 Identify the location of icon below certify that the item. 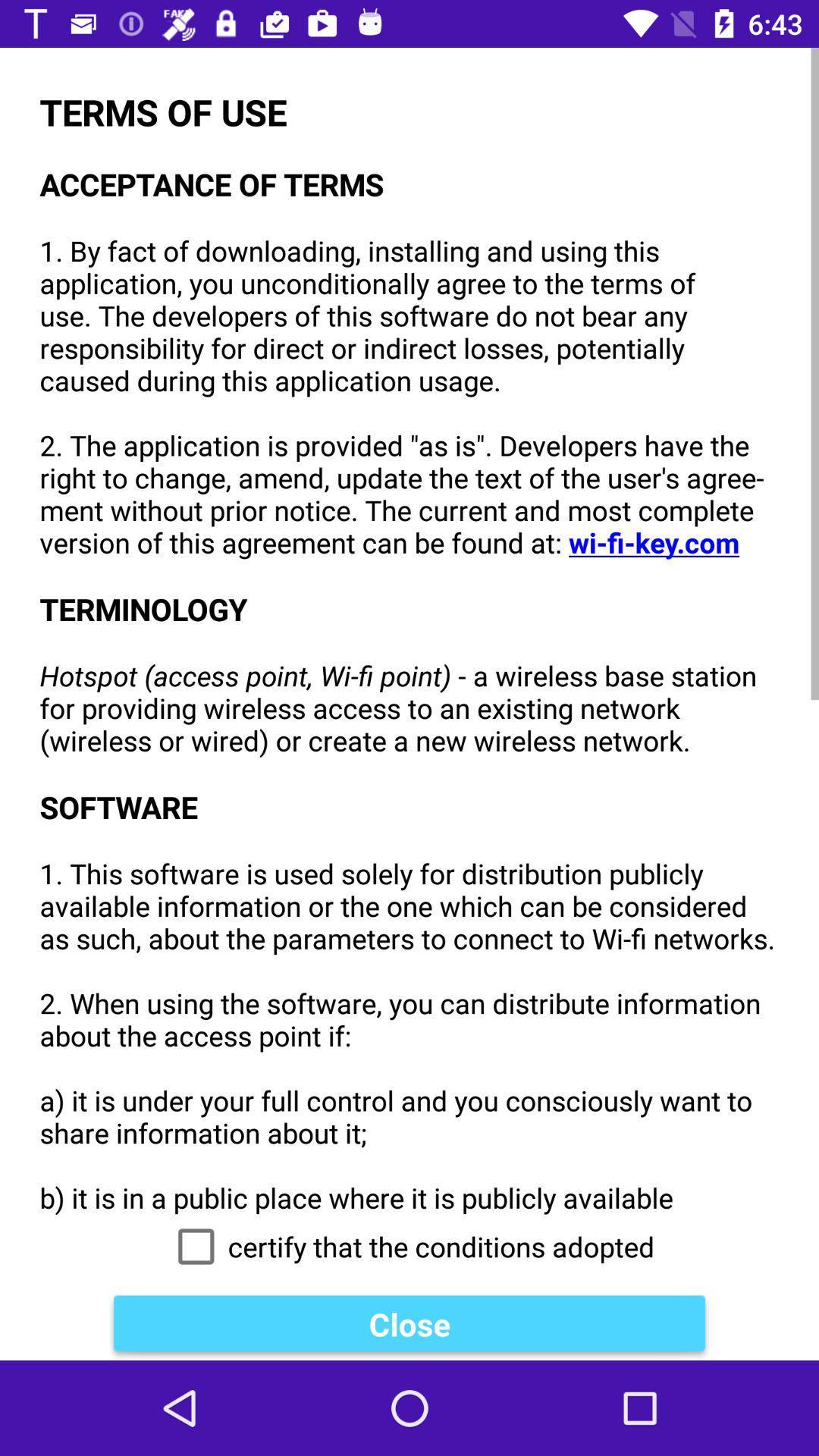
(409, 1323).